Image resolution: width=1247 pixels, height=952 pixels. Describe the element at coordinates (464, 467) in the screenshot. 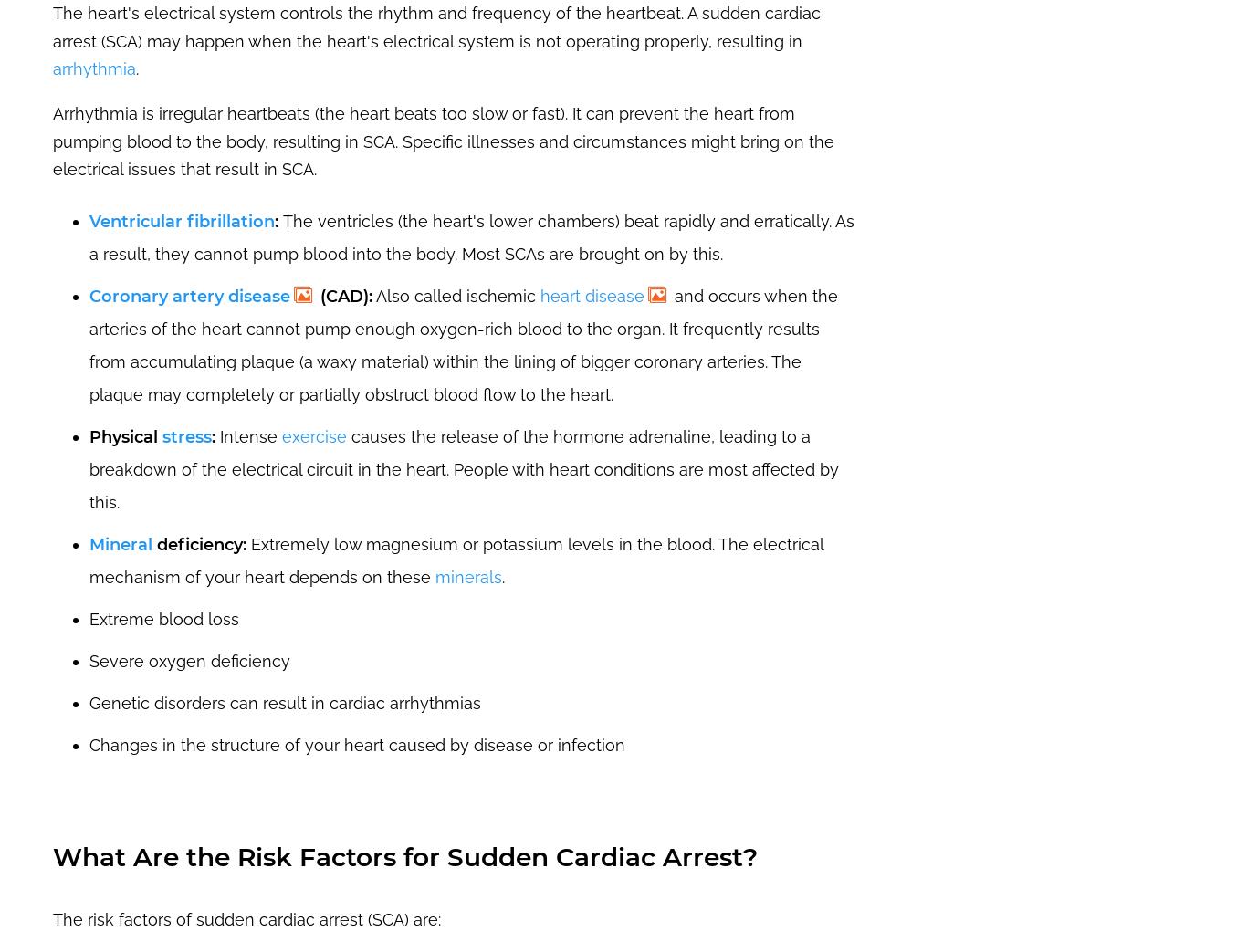

I see `'causes the release of the hormone adrenaline, leading to a breakdown of the electrical circuit in the heart. People with heart conditions are most affected by this.'` at that location.